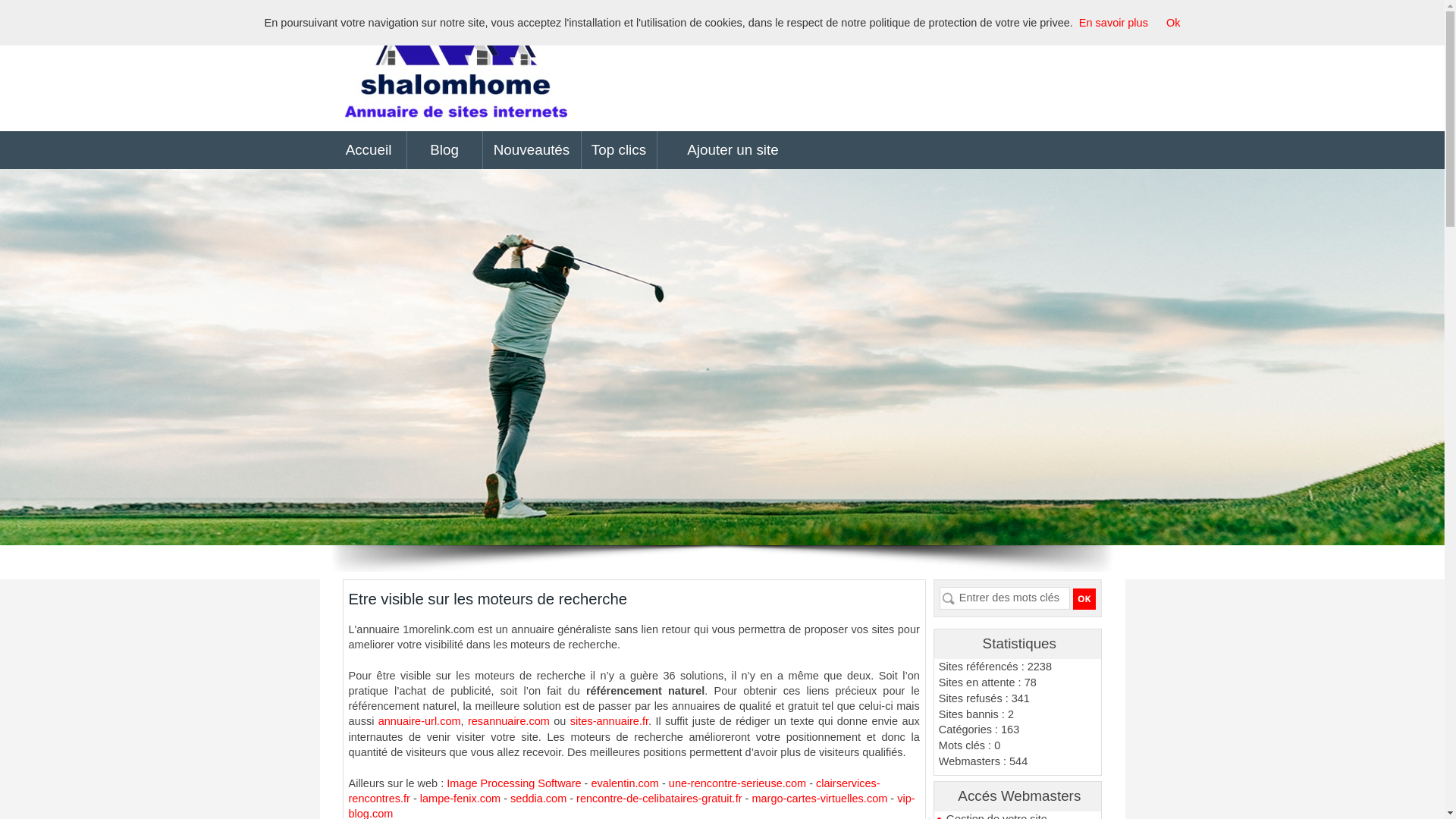  I want to click on '1morelink.com - Annuaire de sites internet', so click(454, 64).